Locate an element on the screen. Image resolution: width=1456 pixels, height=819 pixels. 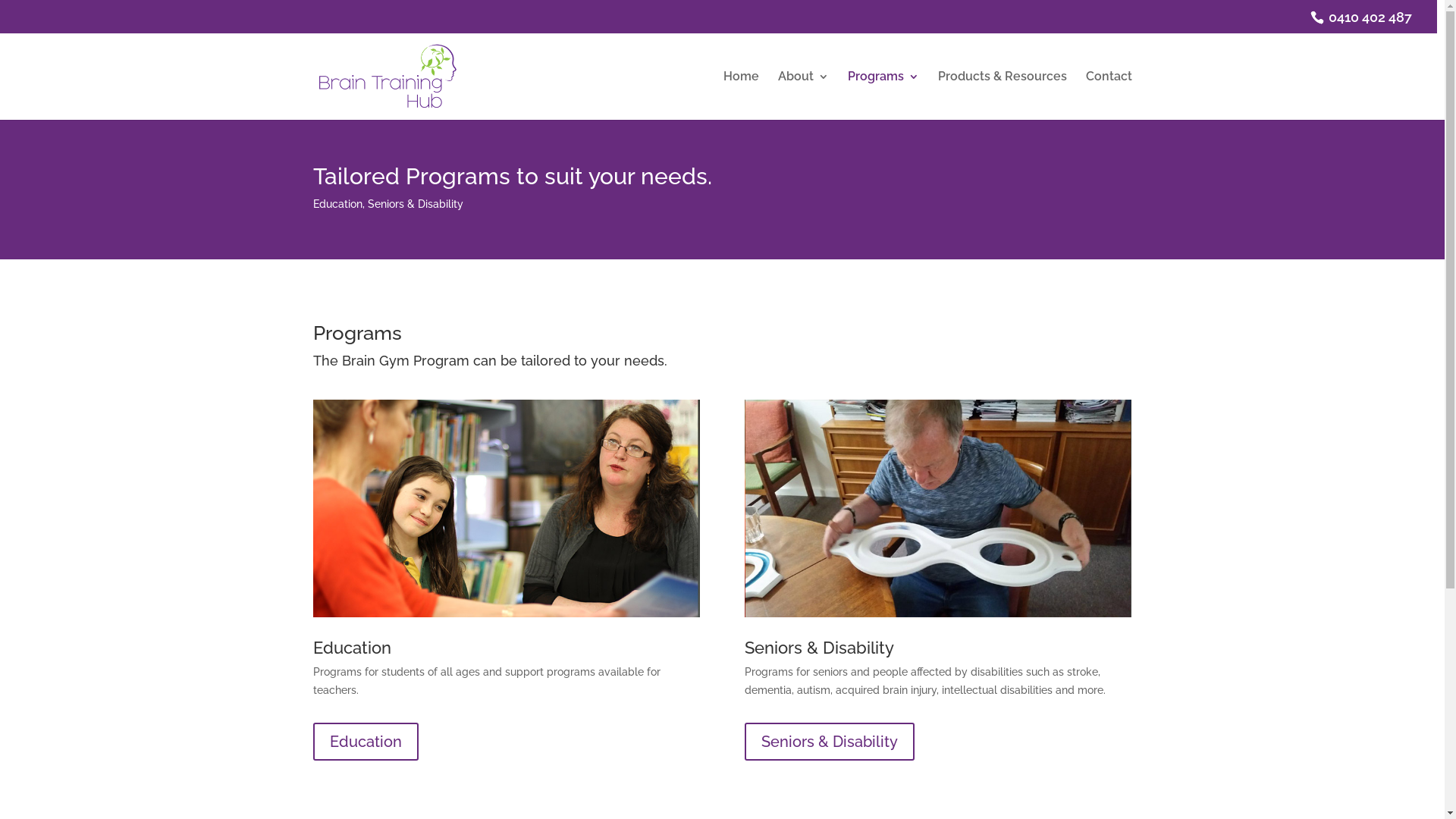
'Home' is located at coordinates (741, 96).